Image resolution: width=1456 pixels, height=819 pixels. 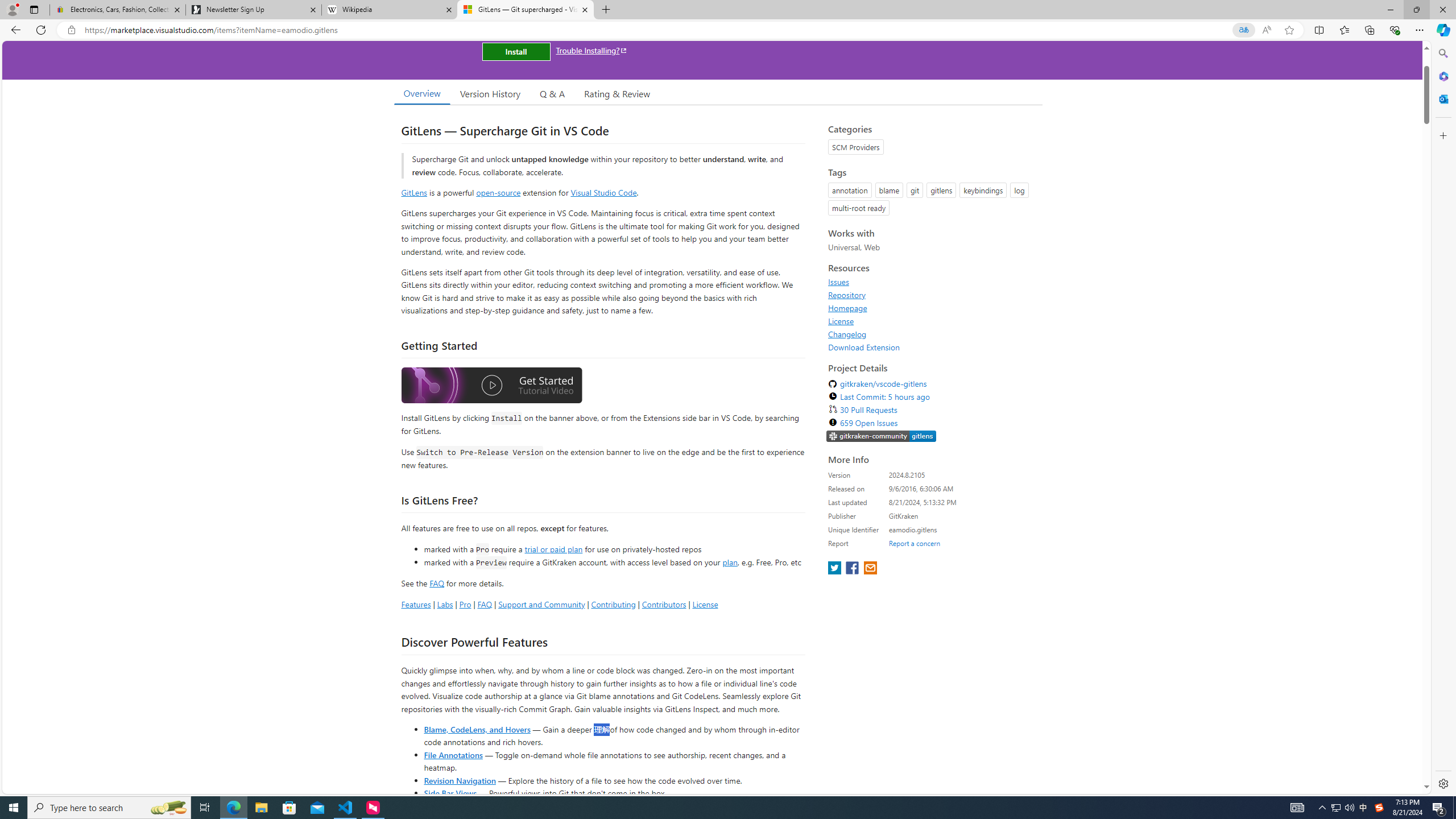 What do you see at coordinates (445, 603) in the screenshot?
I see `'Labs'` at bounding box center [445, 603].